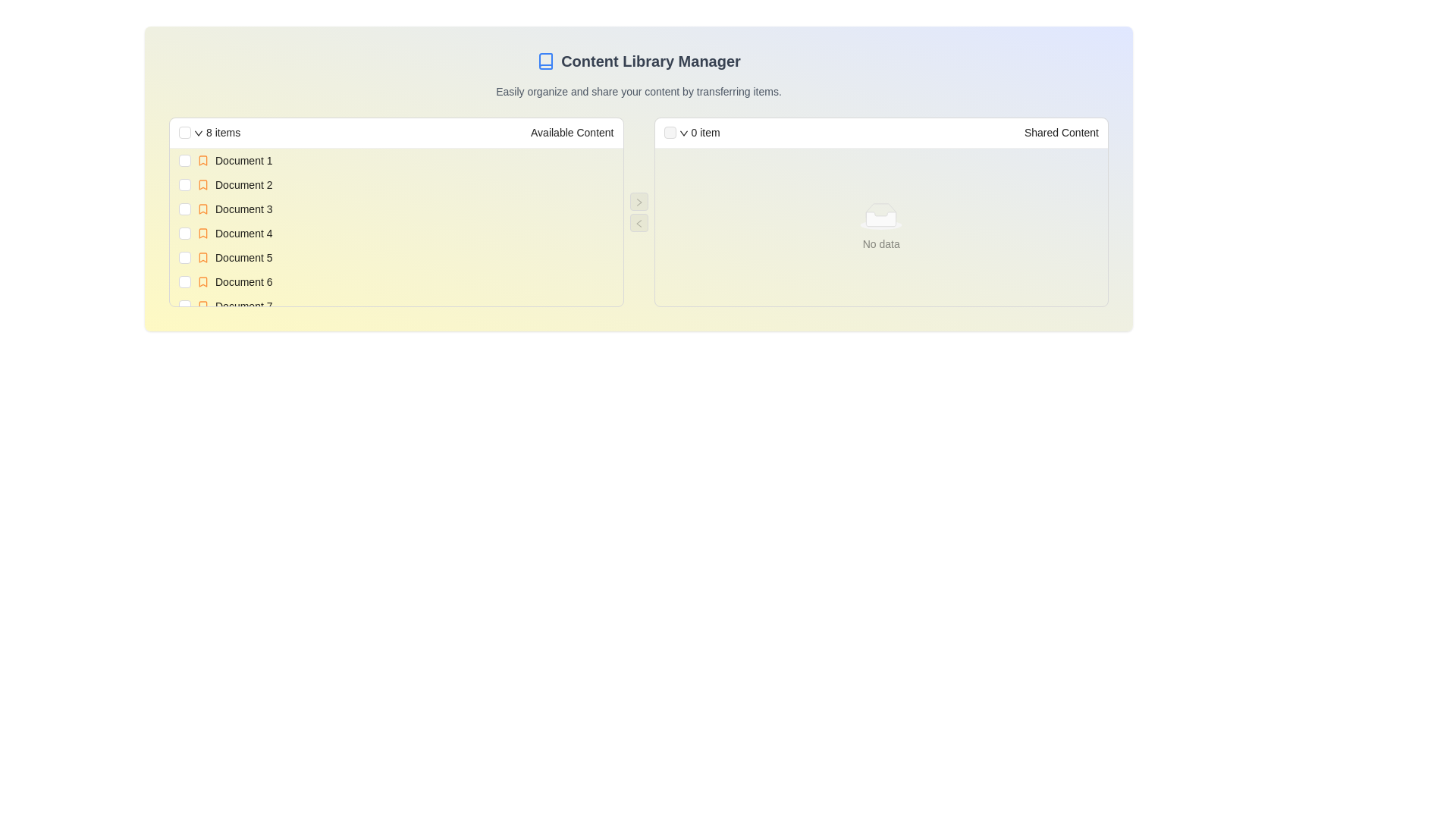 The image size is (1456, 819). Describe the element at coordinates (396, 234) in the screenshot. I see `the list item labeled 'Document 4'` at that location.